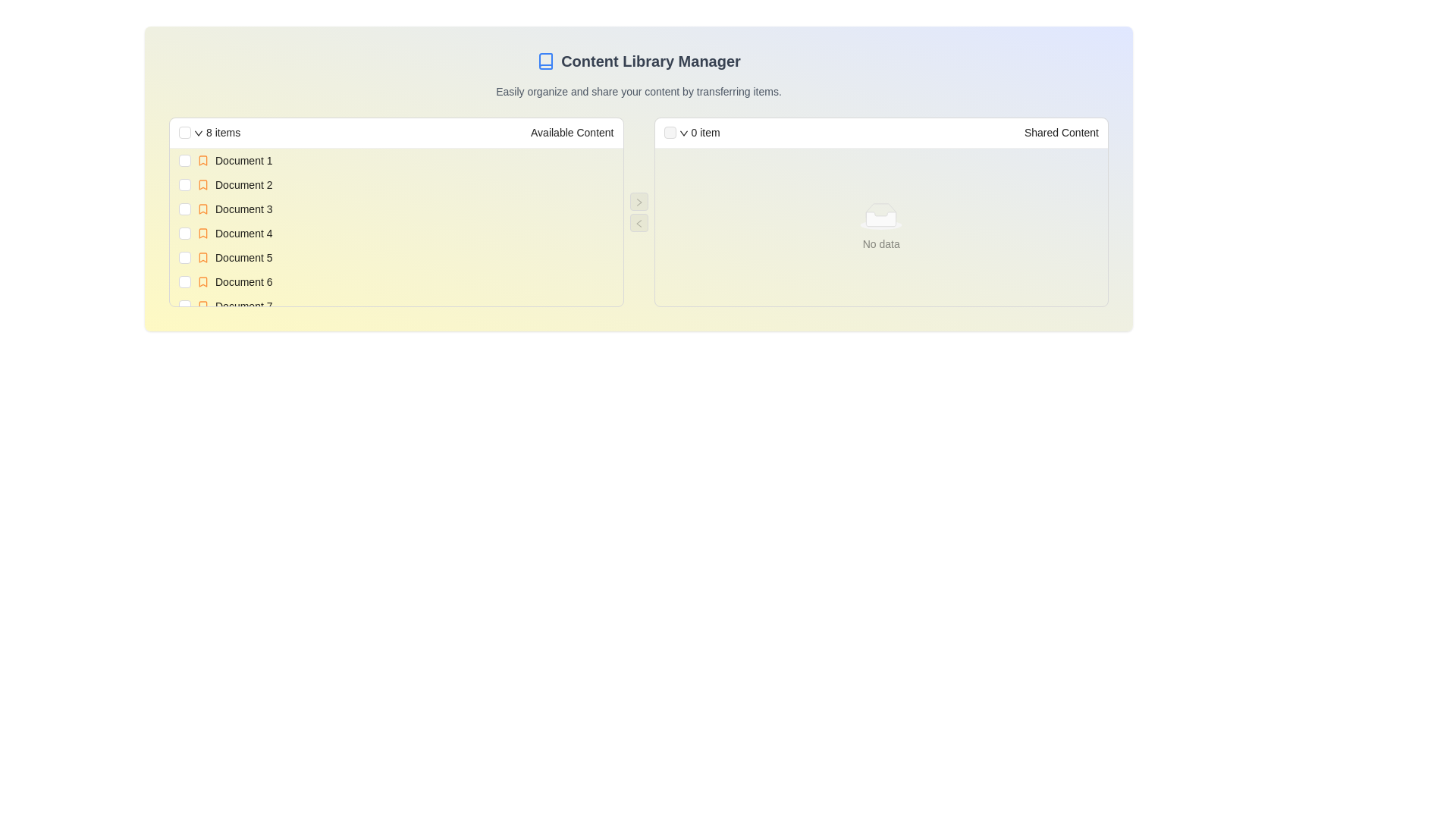 The image size is (1456, 819). Describe the element at coordinates (396, 234) in the screenshot. I see `the list item labeled 'Document 4'` at that location.